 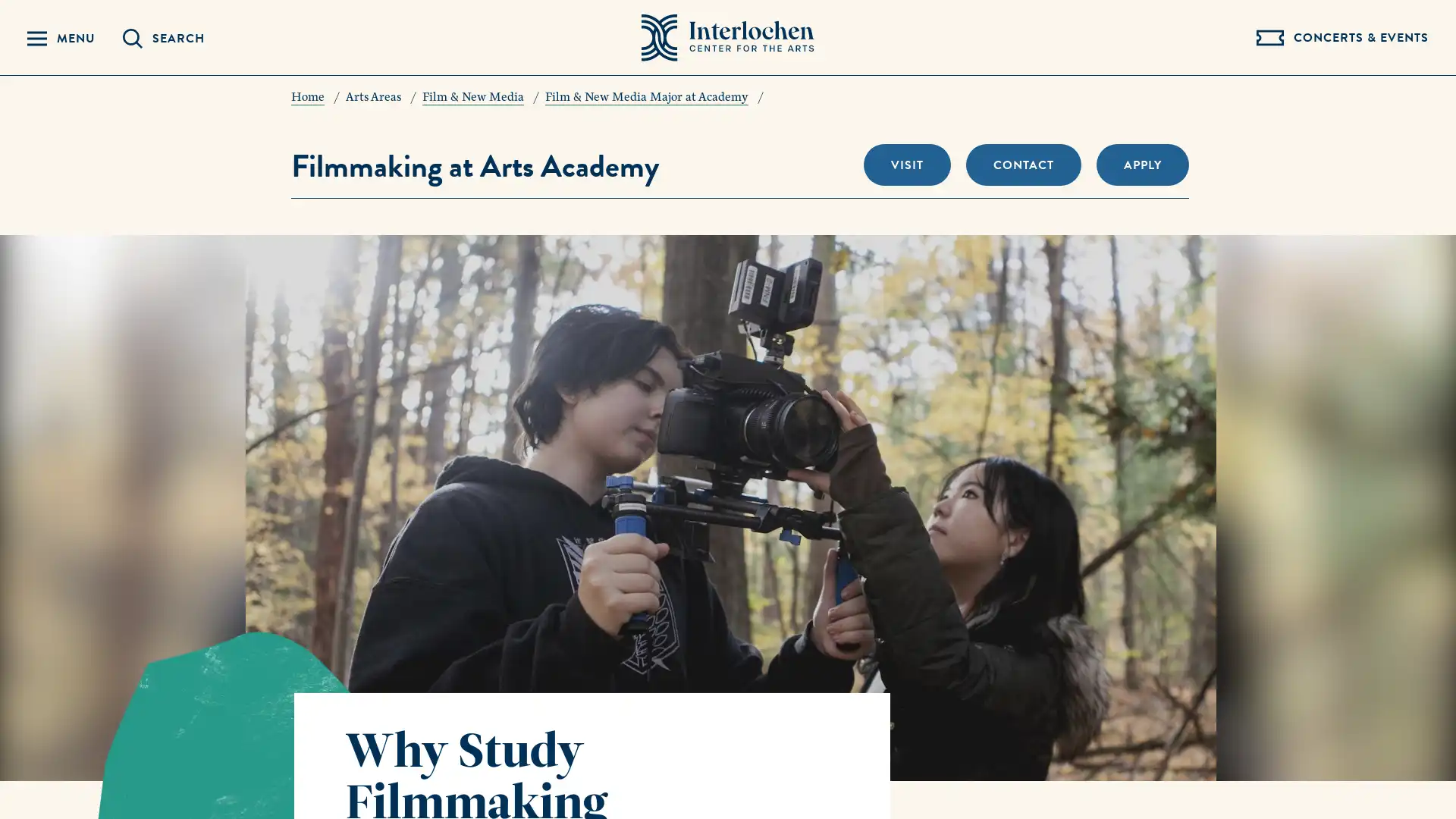 What do you see at coordinates (164, 37) in the screenshot?
I see `Reveal Search` at bounding box center [164, 37].